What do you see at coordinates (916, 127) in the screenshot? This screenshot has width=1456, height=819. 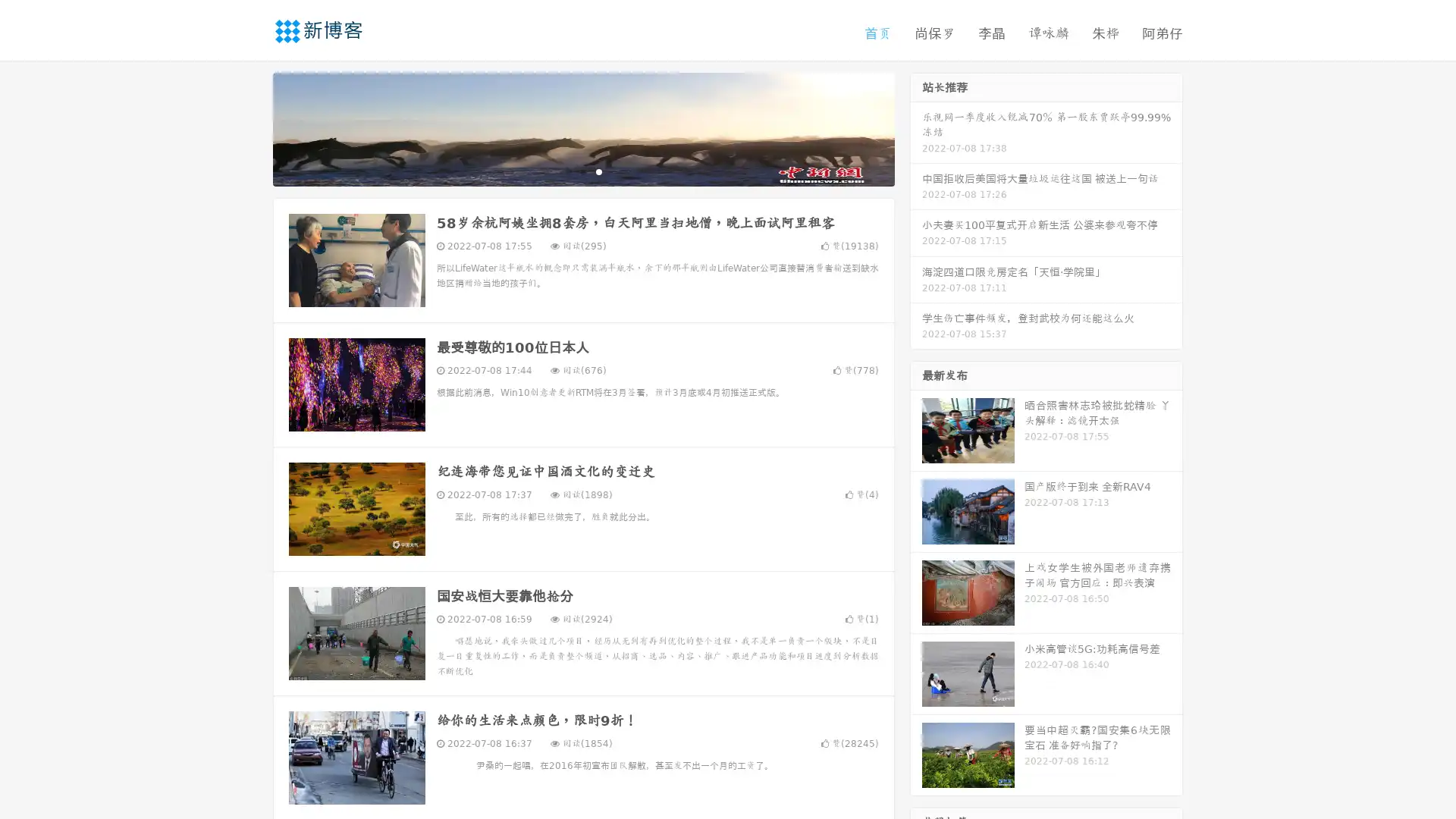 I see `Next slide` at bounding box center [916, 127].